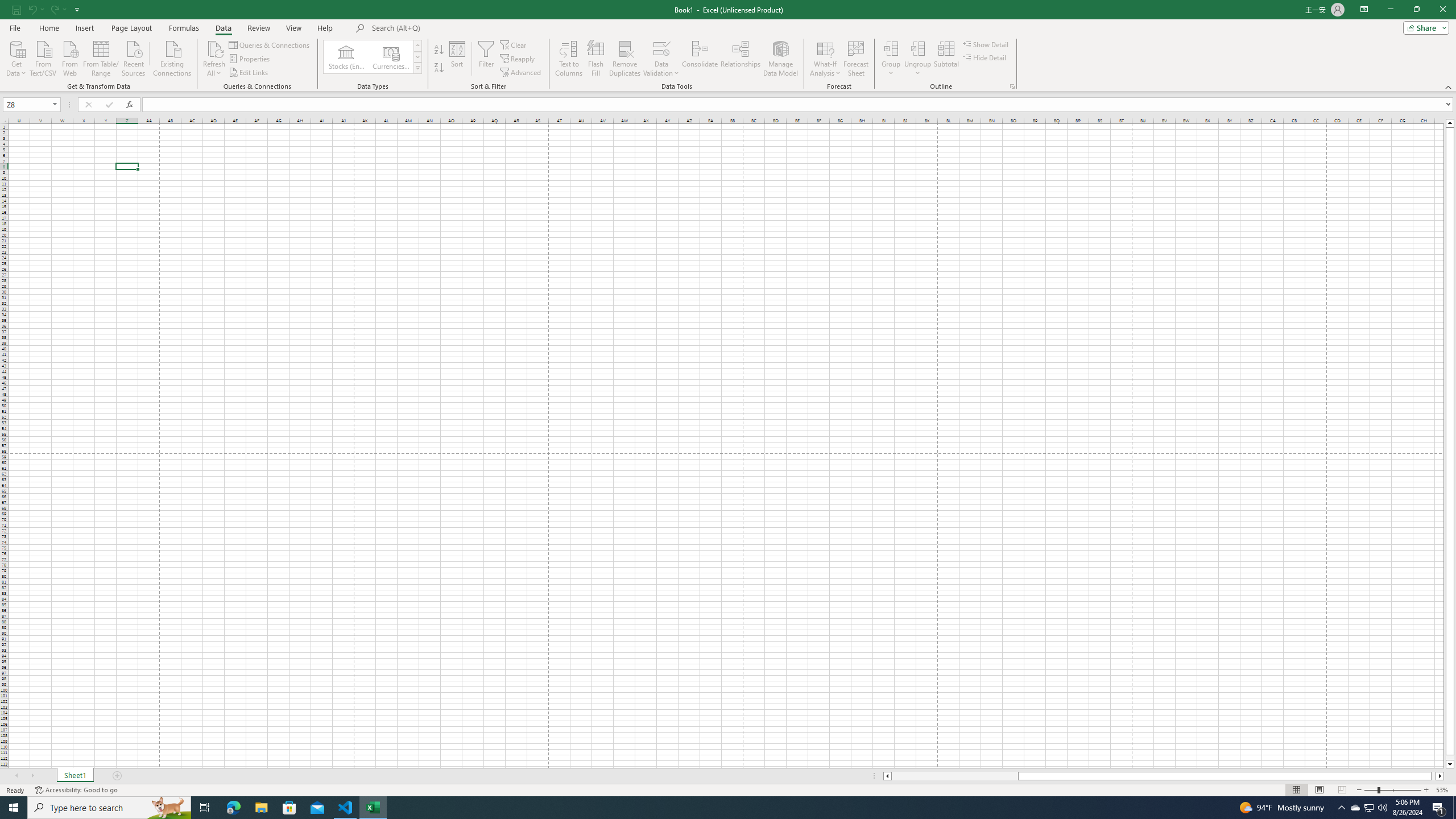  I want to click on 'System', so click(6, 5).